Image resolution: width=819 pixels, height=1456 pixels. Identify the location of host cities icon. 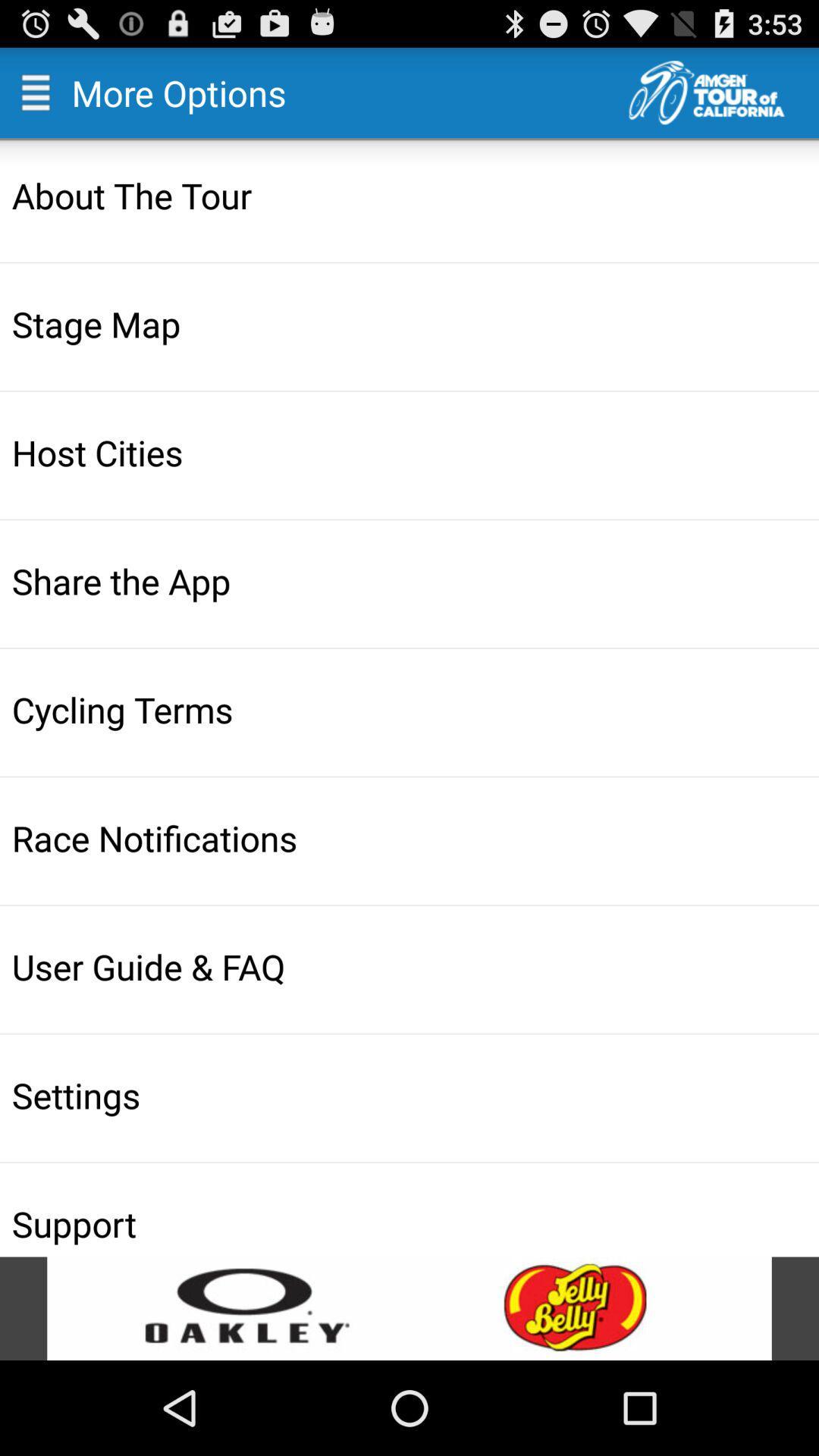
(411, 451).